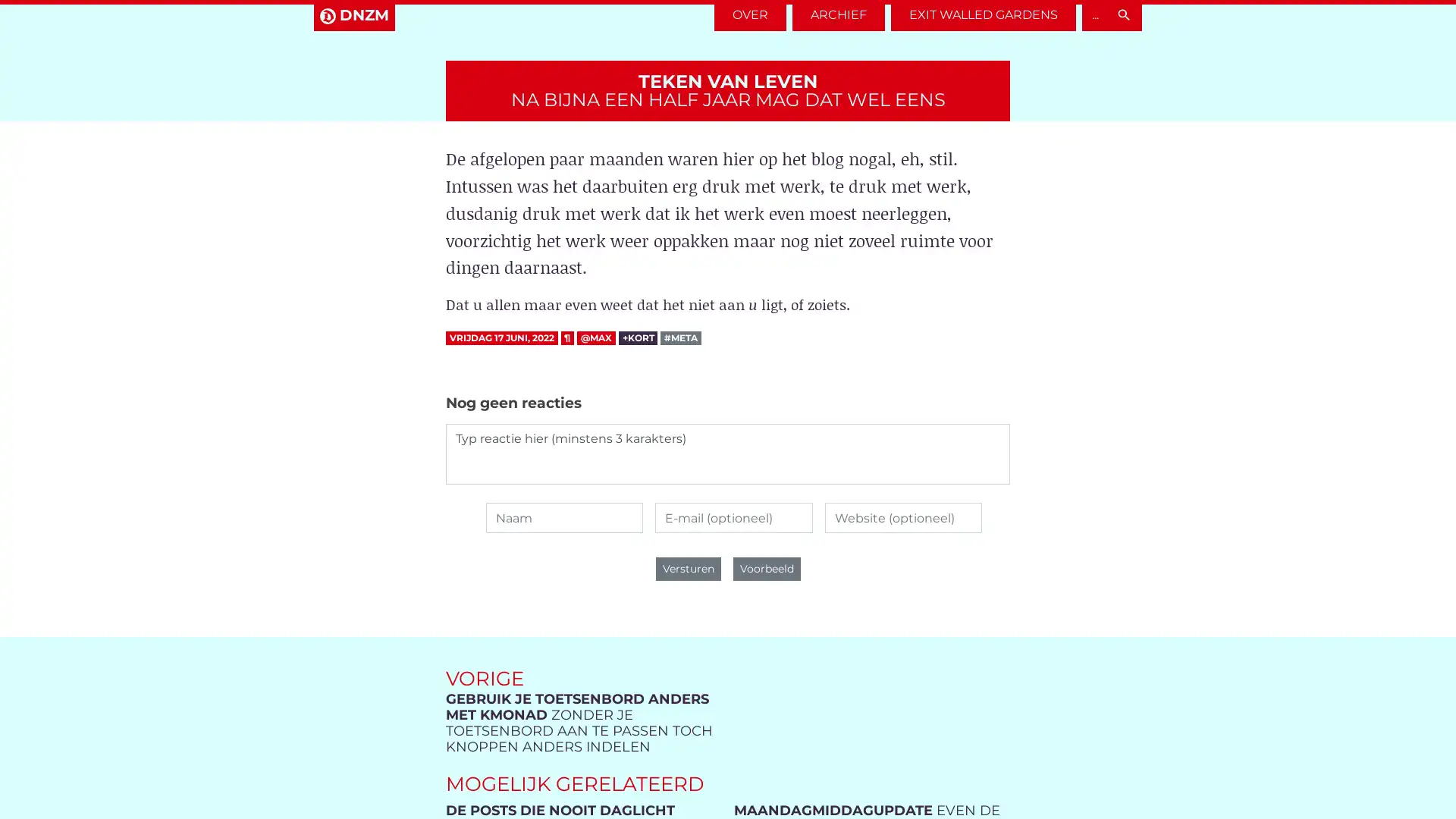 This screenshot has height=819, width=1456. I want to click on Voorbeeld, so click(766, 568).